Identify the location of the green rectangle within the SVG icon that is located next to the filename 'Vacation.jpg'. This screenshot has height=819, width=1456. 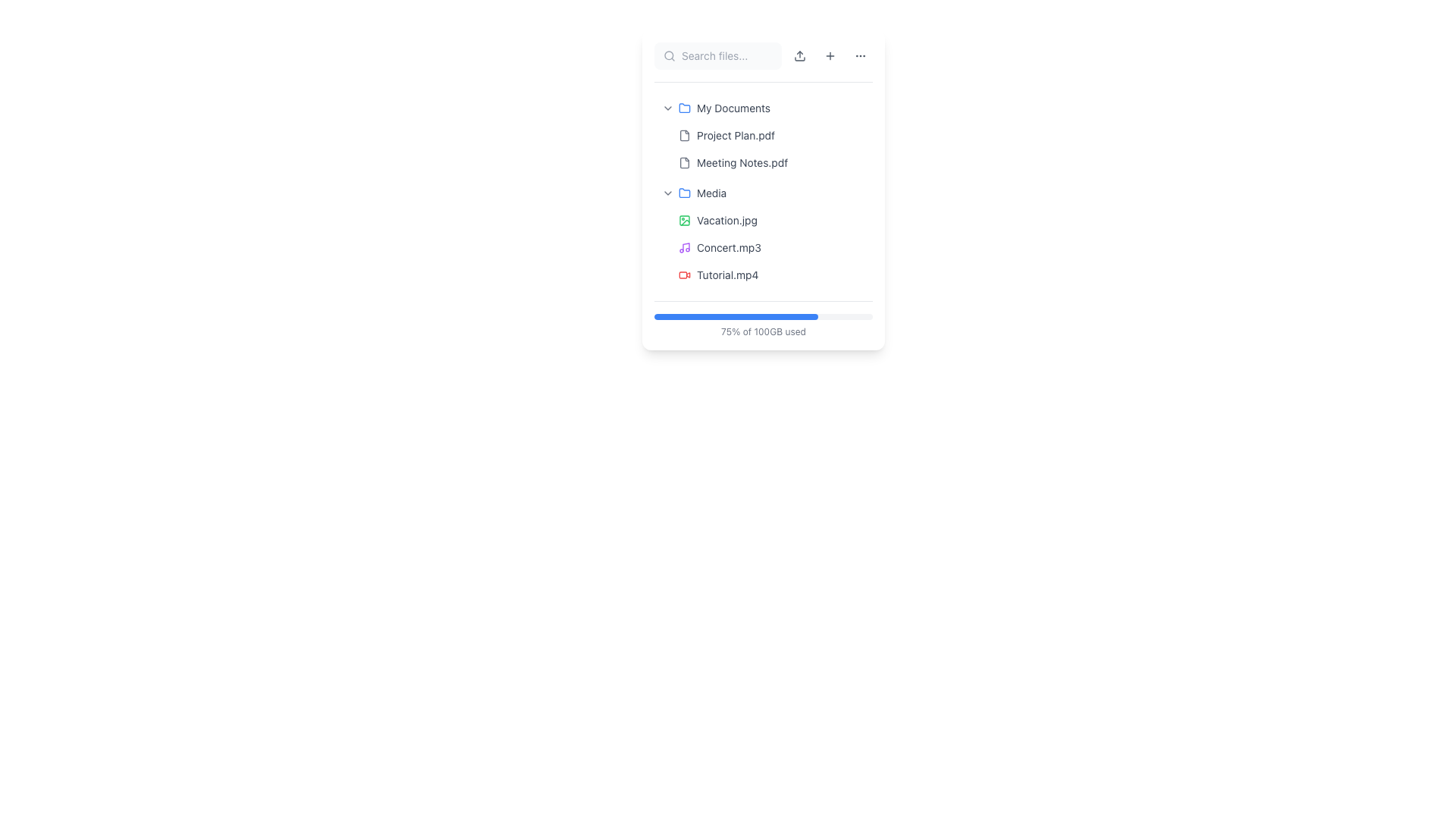
(683, 220).